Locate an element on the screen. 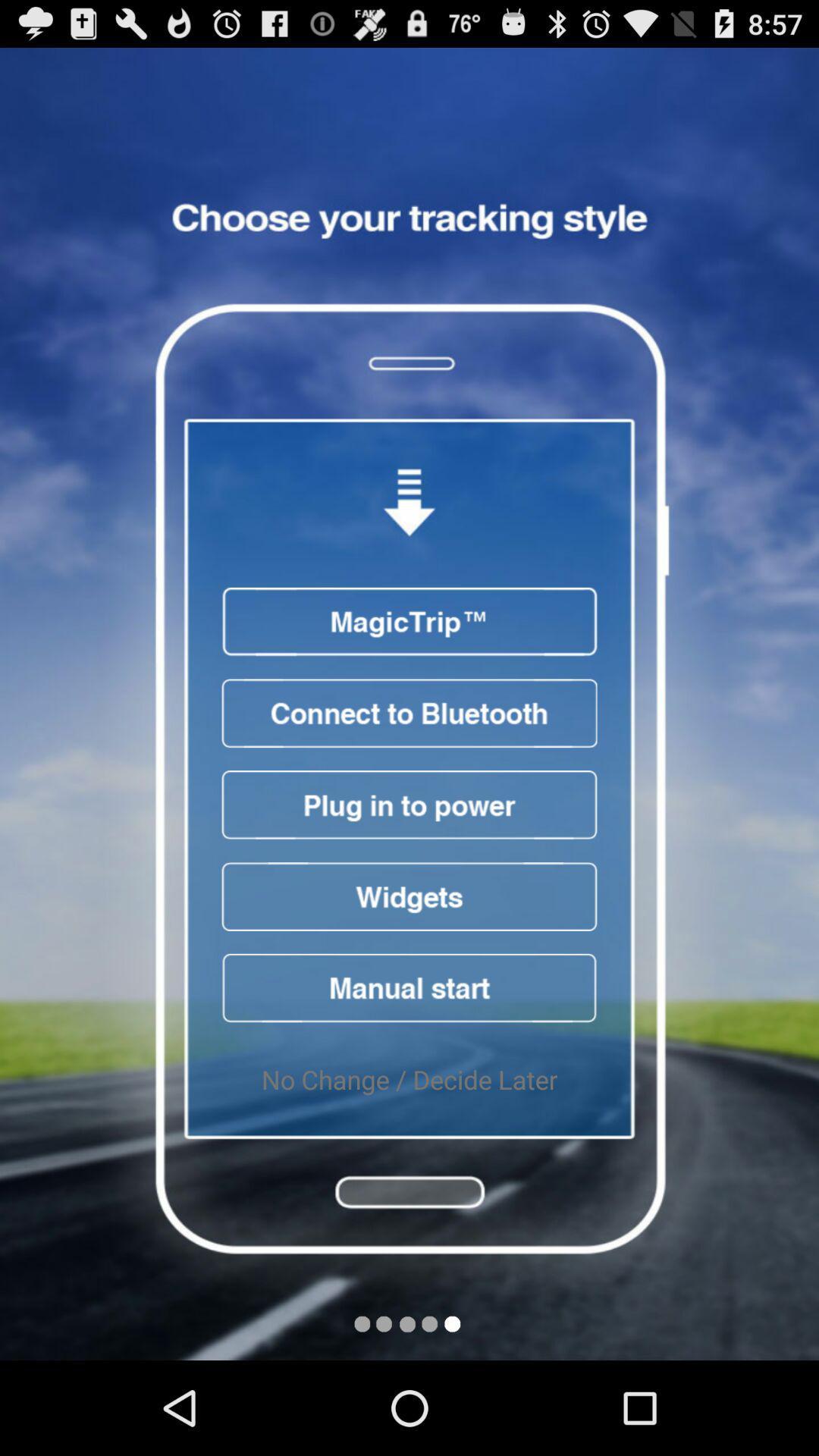  start button is located at coordinates (409, 988).